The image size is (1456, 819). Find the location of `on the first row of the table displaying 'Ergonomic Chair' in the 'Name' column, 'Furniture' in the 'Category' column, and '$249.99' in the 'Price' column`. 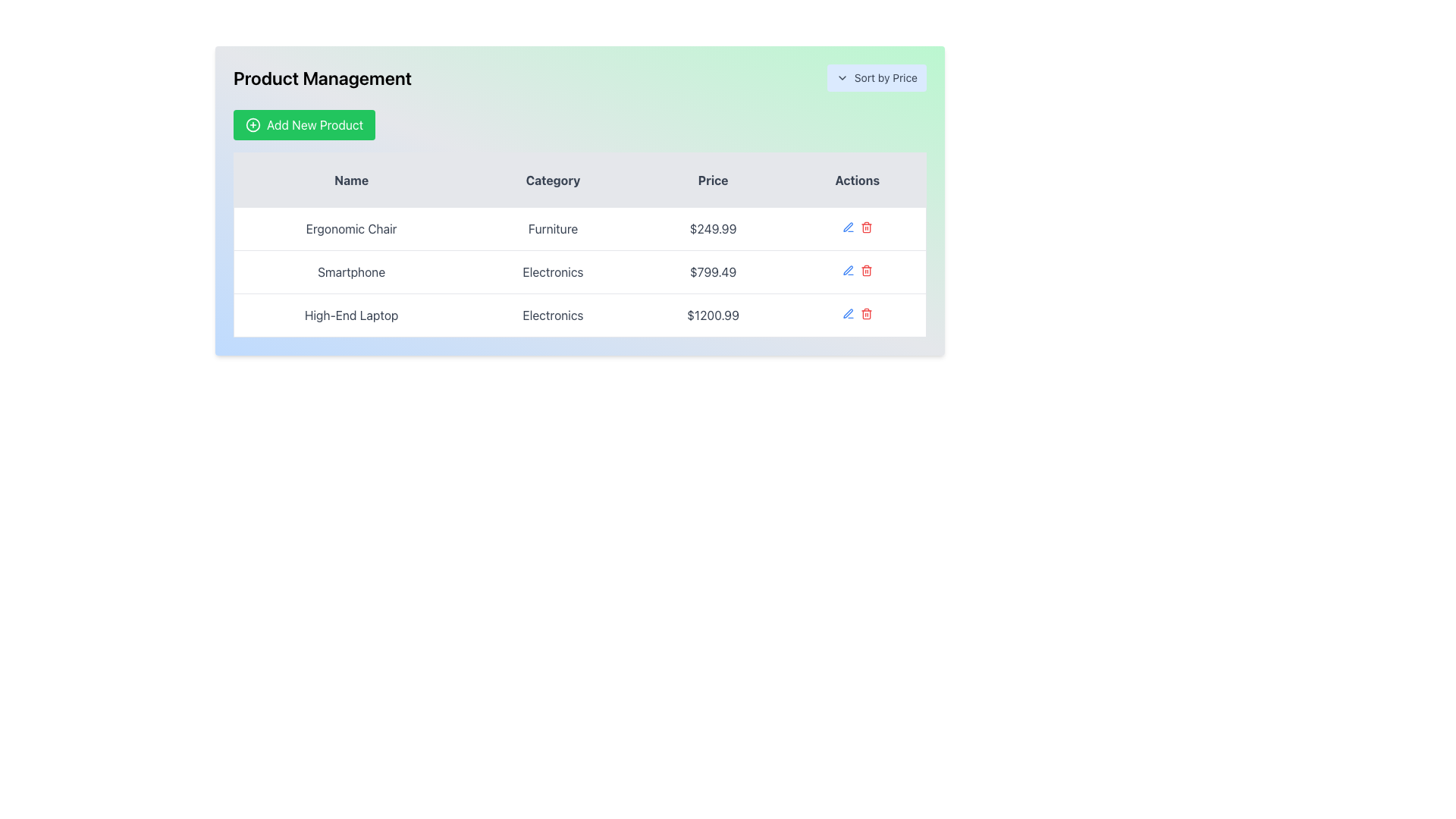

on the first row of the table displaying 'Ergonomic Chair' in the 'Name' column, 'Furniture' in the 'Category' column, and '$249.99' in the 'Price' column is located at coordinates (579, 228).